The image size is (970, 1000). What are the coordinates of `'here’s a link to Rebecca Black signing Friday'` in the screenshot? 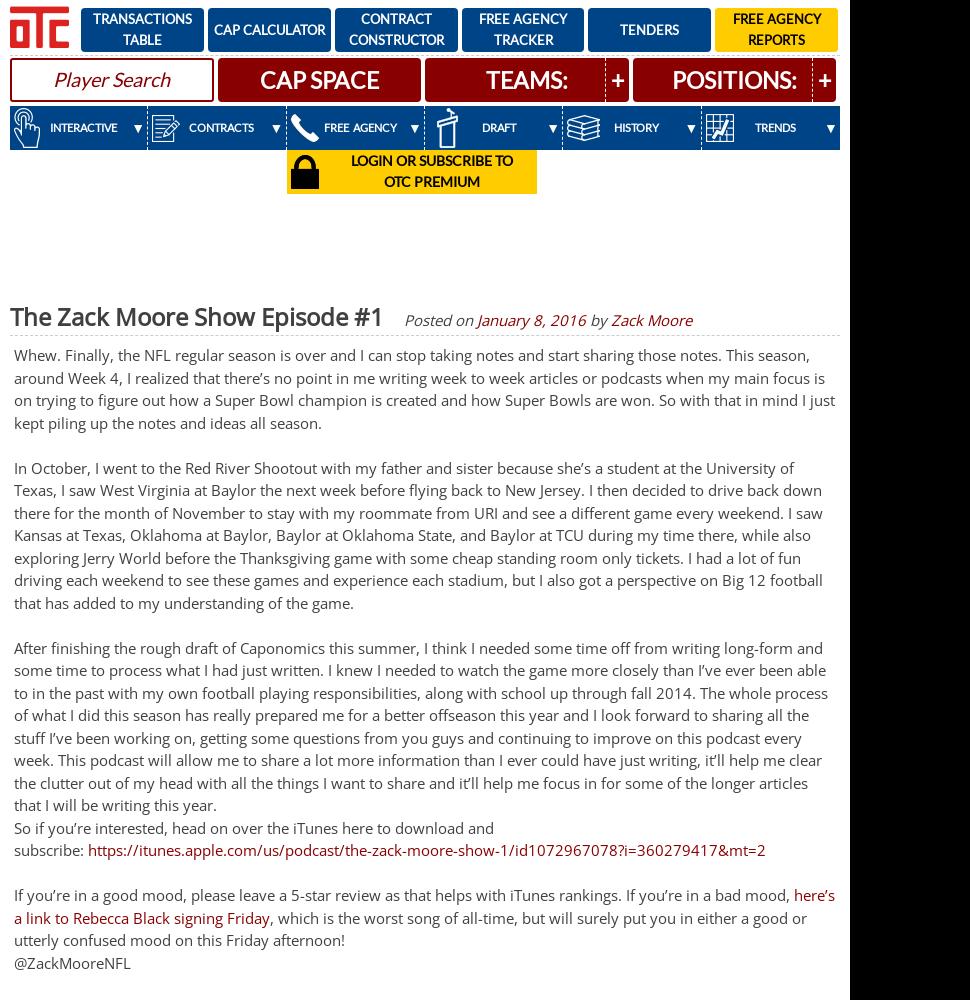 It's located at (424, 906).